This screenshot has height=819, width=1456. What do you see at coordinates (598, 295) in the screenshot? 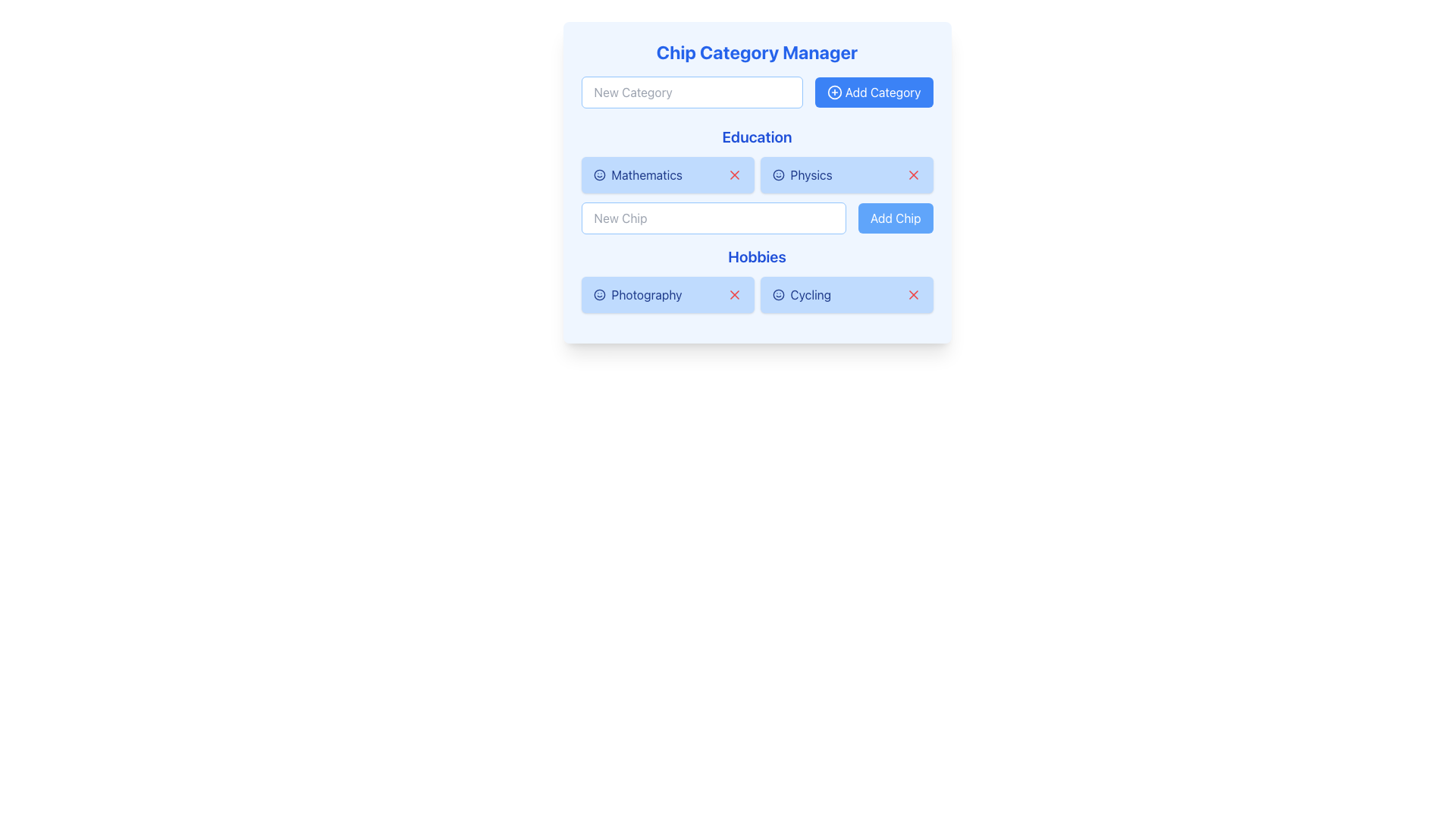
I see `the small circular smiley face icon located to the left of the 'Photography' label in the 'Hobbies' section` at bounding box center [598, 295].